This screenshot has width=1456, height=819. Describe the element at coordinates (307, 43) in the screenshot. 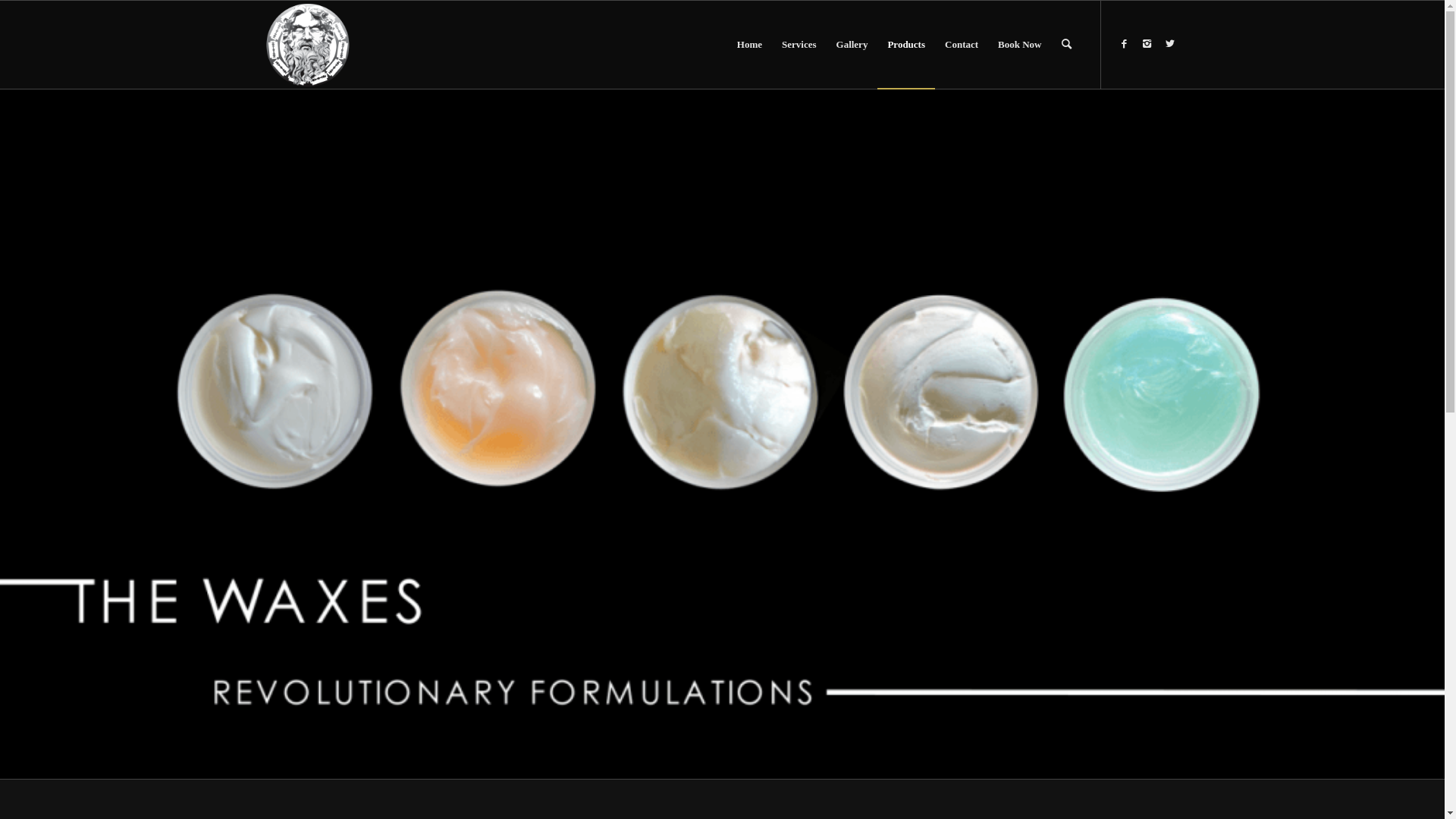

I see `'Barber-Culture-Med-Logo-Calgary'` at that location.